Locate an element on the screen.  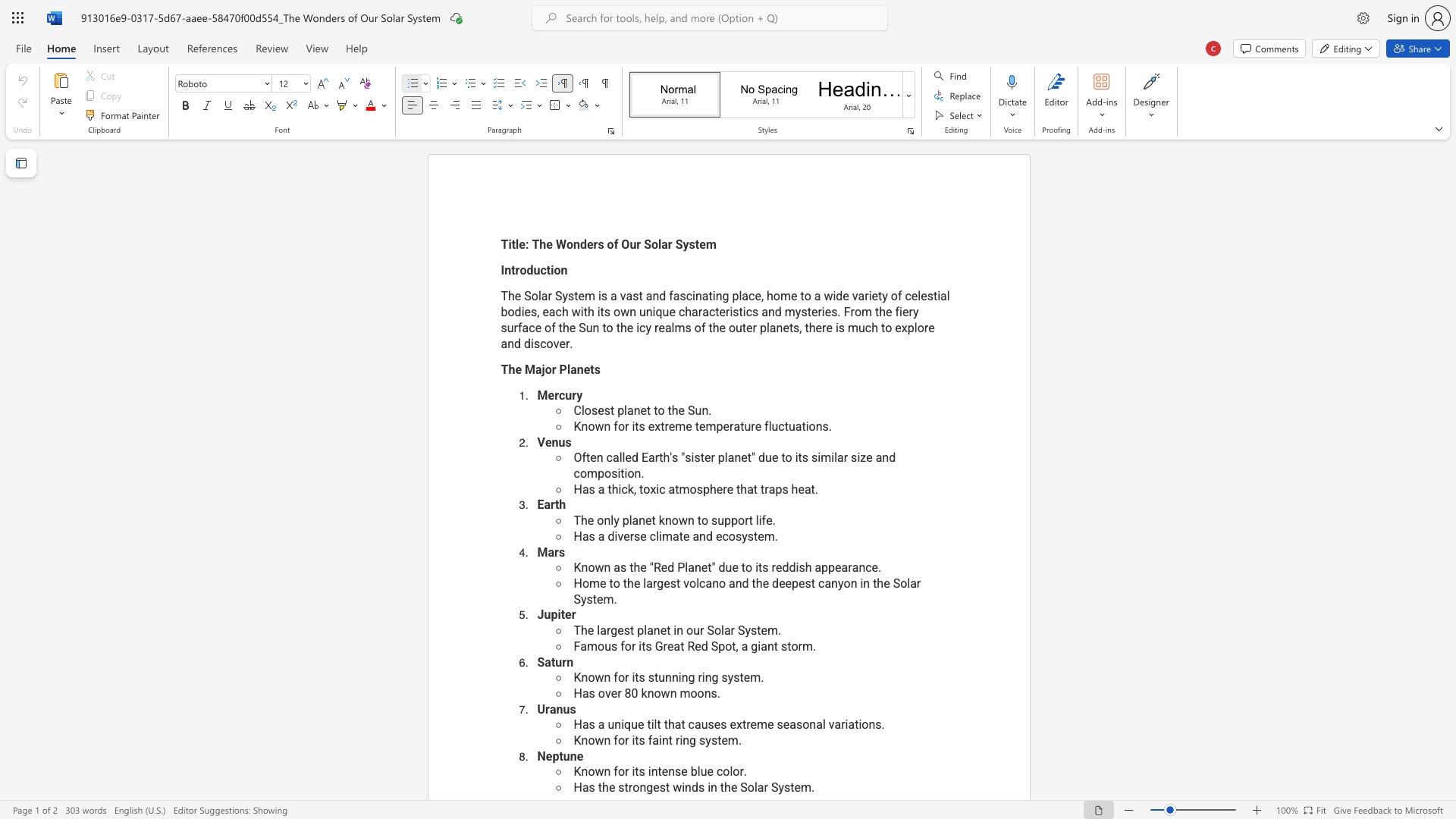
the 7th character "e" in the text is located at coordinates (874, 567).